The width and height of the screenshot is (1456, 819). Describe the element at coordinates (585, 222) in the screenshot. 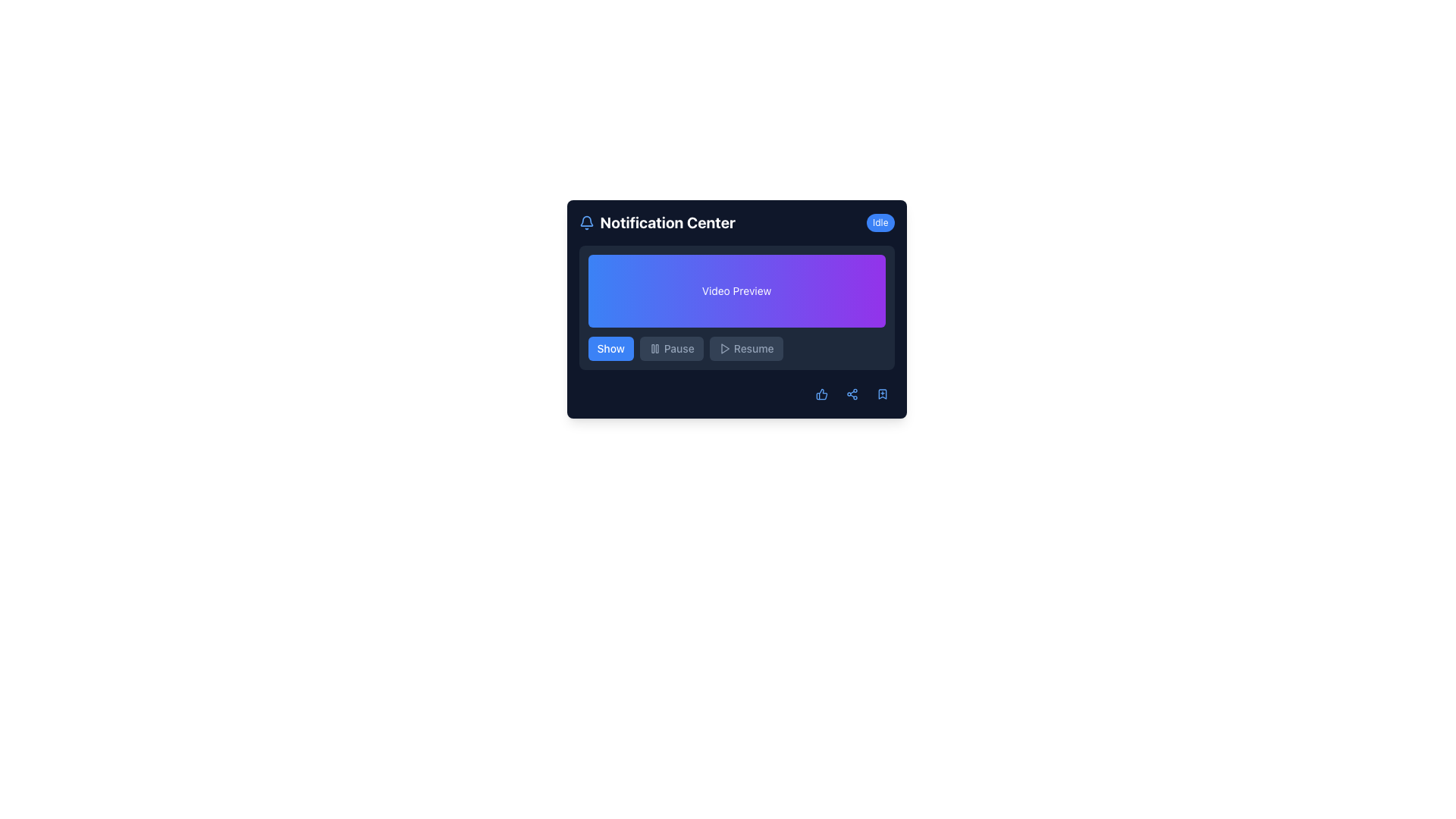

I see `the blue bell icon in the header section of the 'Notification Center'` at that location.